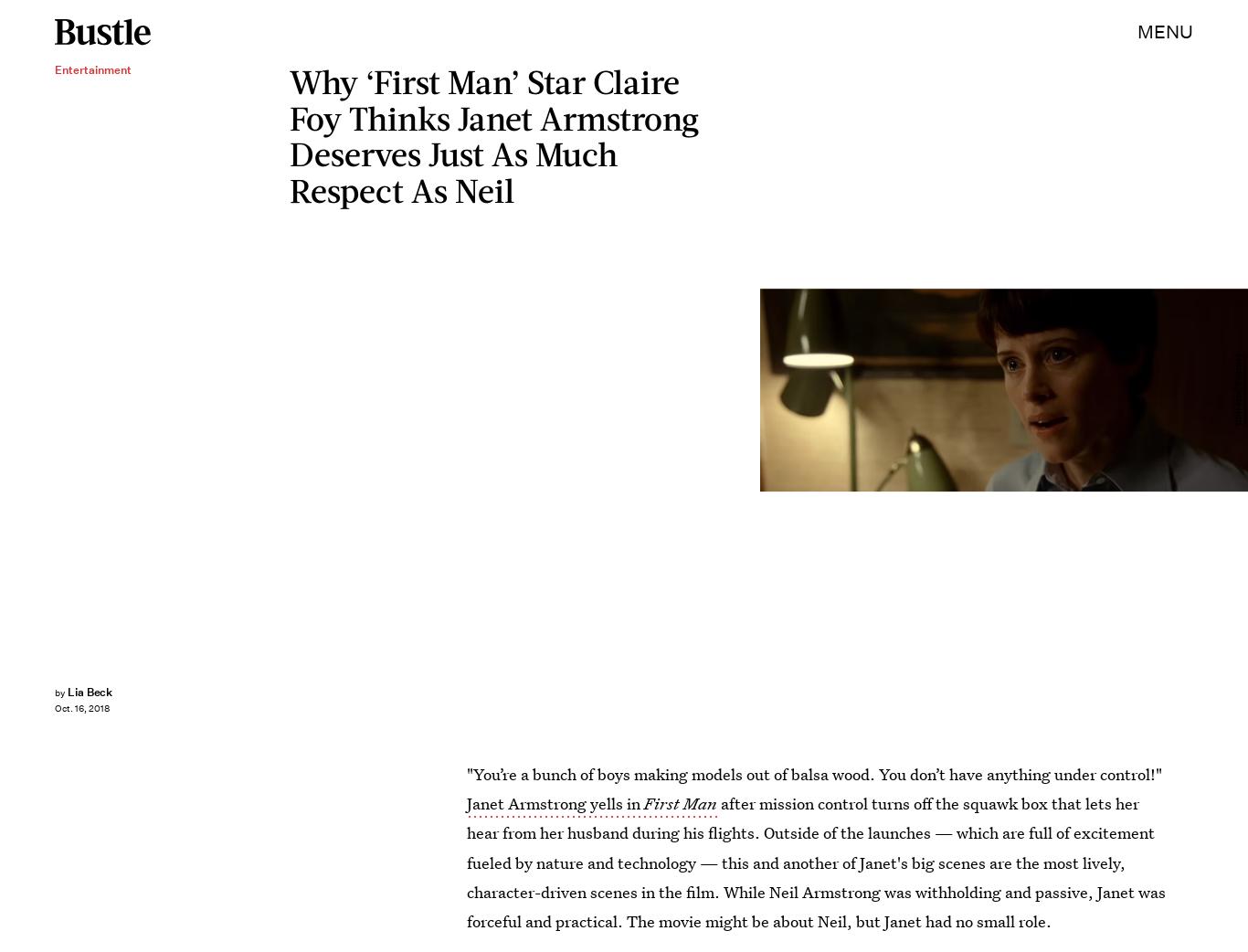 Image resolution: width=1248 pixels, height=952 pixels. Describe the element at coordinates (681, 802) in the screenshot. I see `'First Man'` at that location.